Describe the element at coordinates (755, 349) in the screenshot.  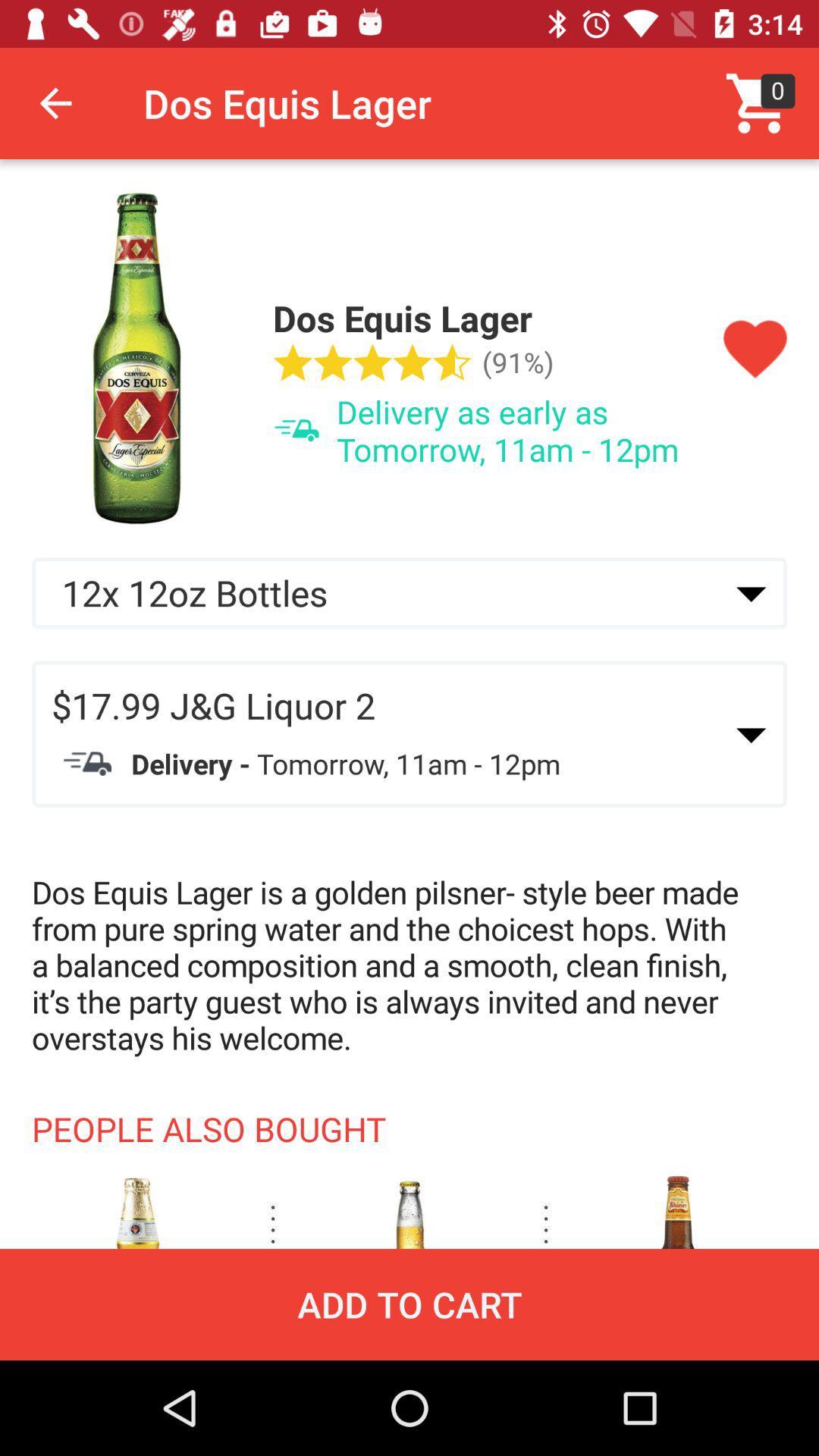
I see `like the product` at that location.